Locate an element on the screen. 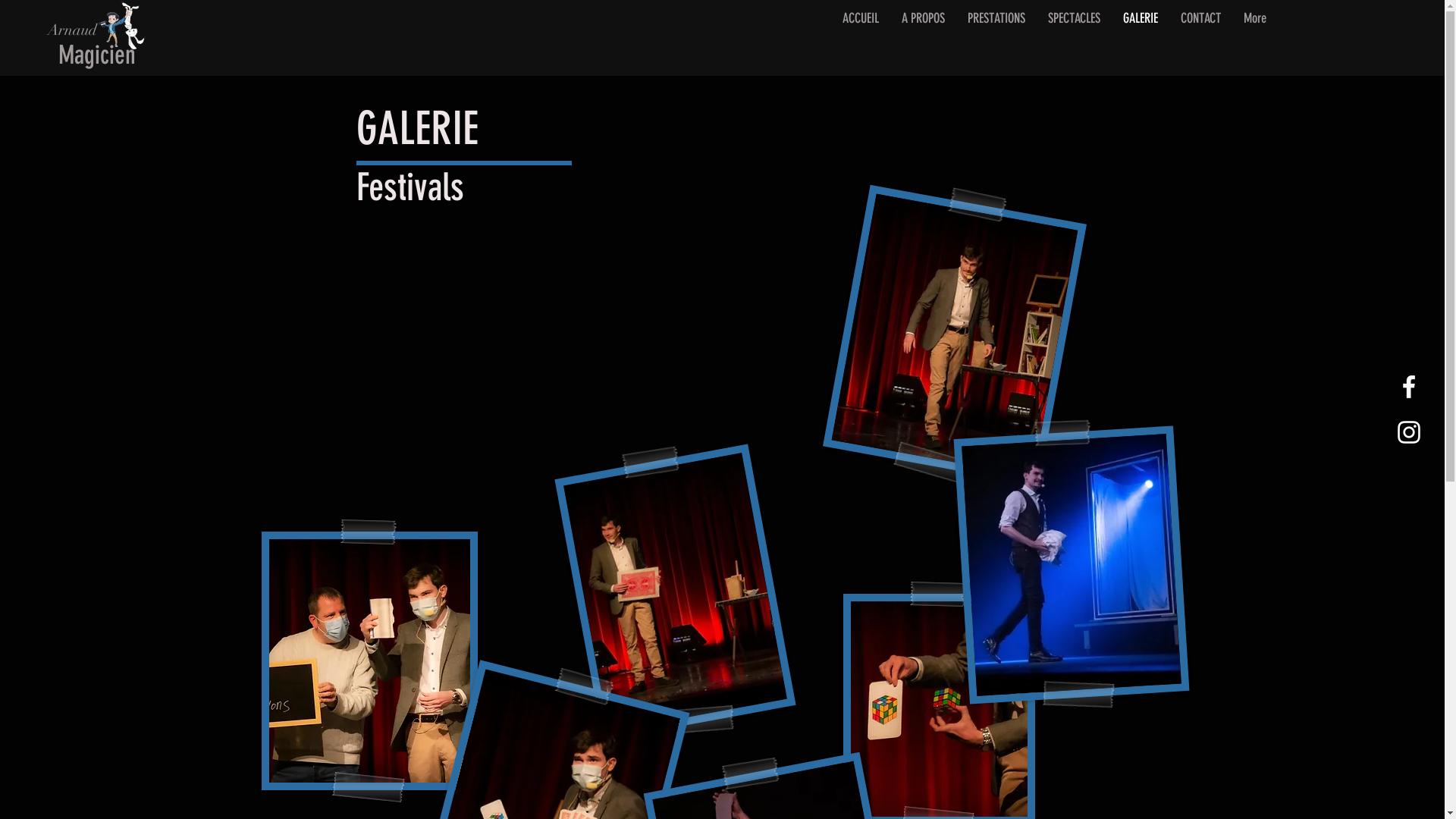 Image resolution: width=1456 pixels, height=819 pixels. 'ACCUEIL' is located at coordinates (860, 39).